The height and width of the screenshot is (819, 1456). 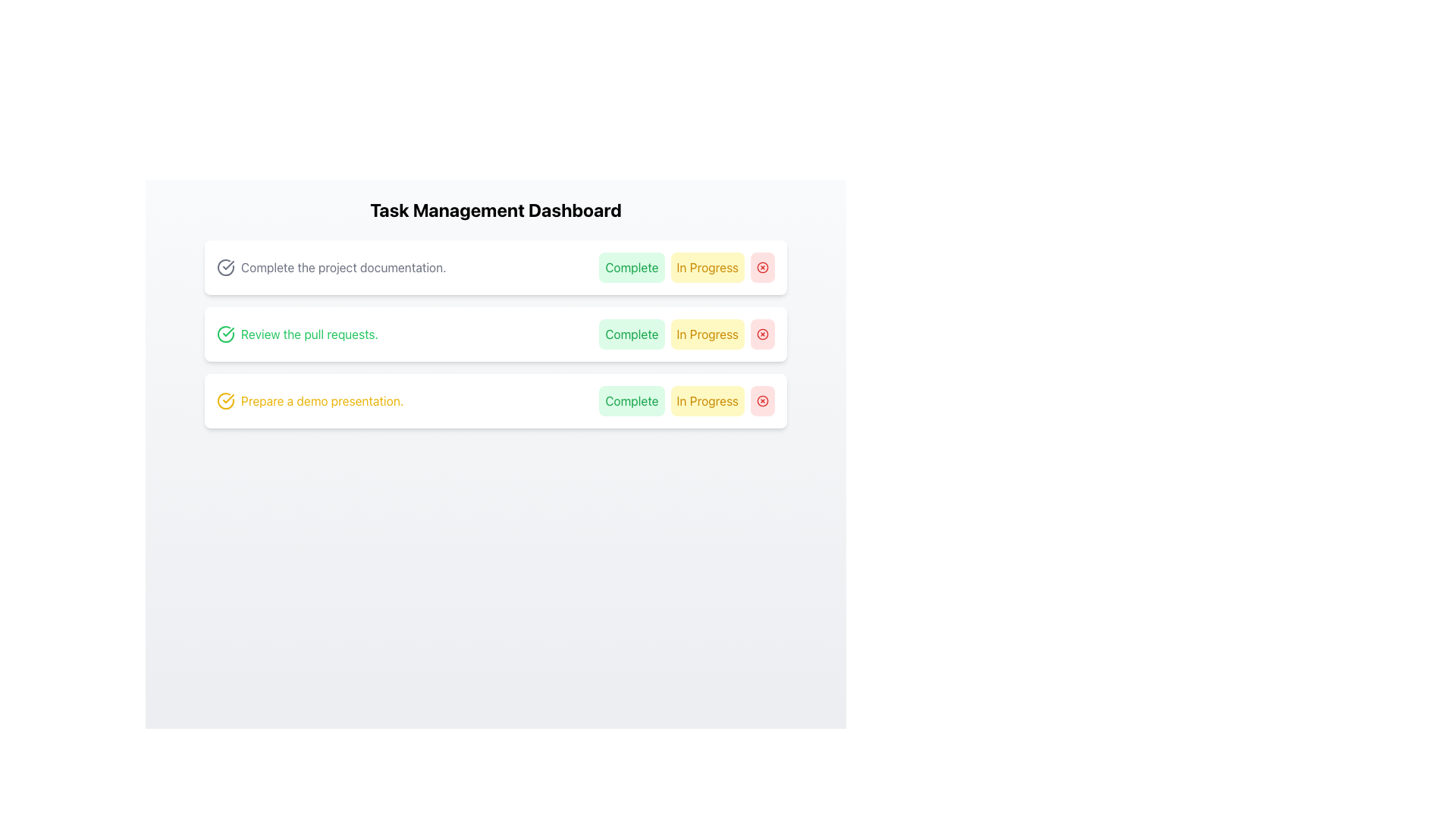 I want to click on the red circular graphic icon located to the far right of the second row in the list of task items, so click(x=763, y=333).